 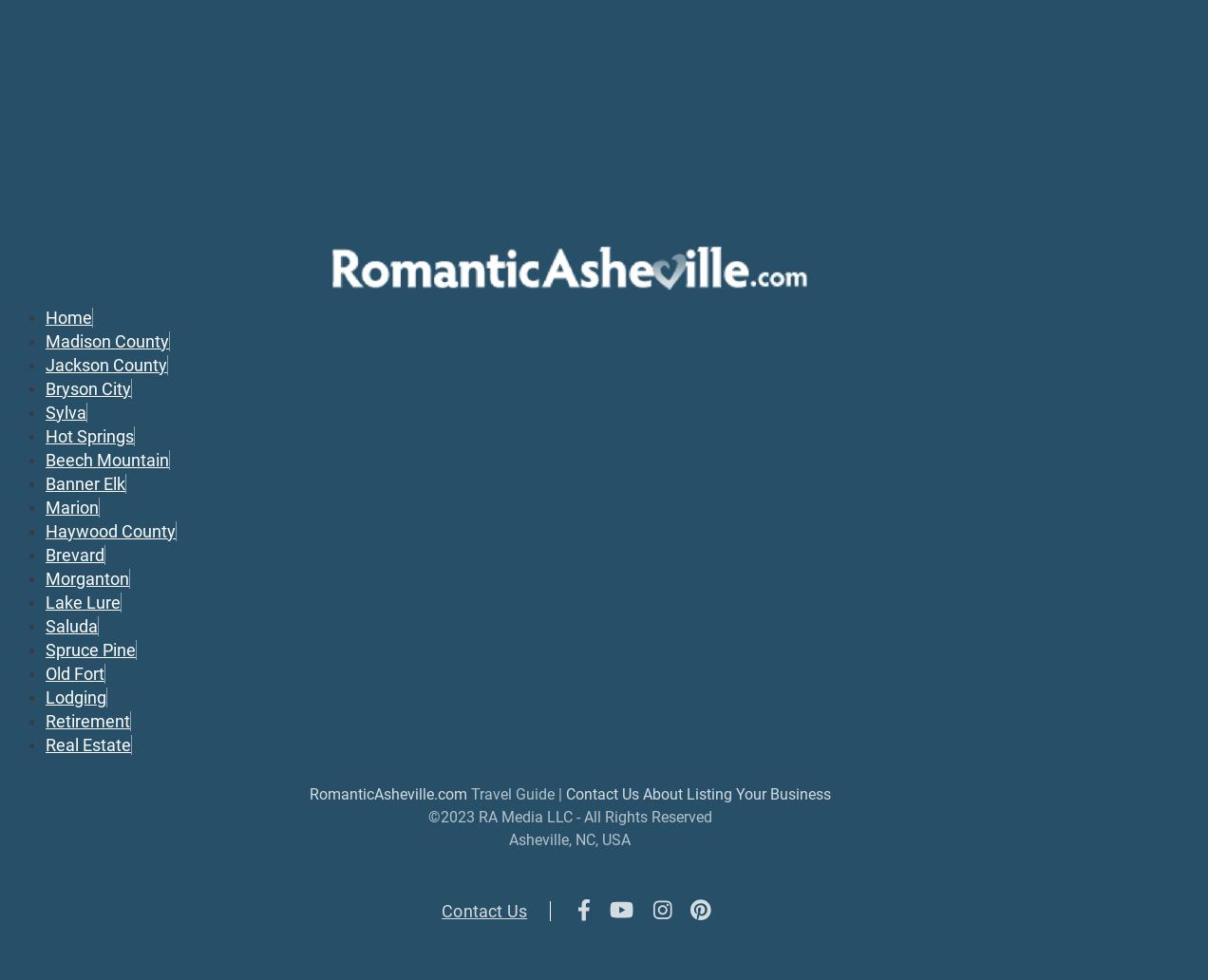 What do you see at coordinates (90, 648) in the screenshot?
I see `'Spruce Pine'` at bounding box center [90, 648].